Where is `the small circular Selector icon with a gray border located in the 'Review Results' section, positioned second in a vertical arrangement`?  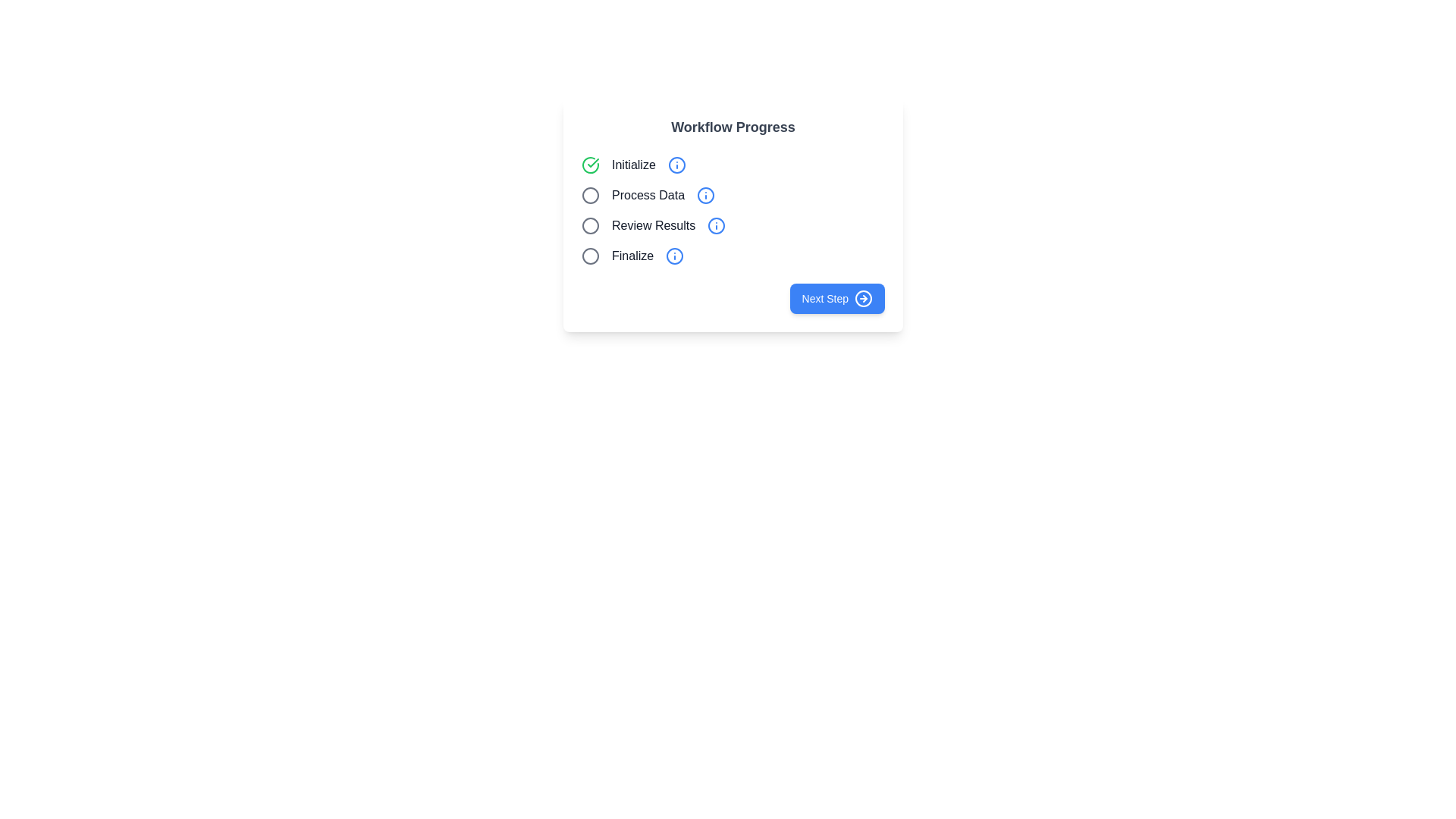
the small circular Selector icon with a gray border located in the 'Review Results' section, positioned second in a vertical arrangement is located at coordinates (589, 225).